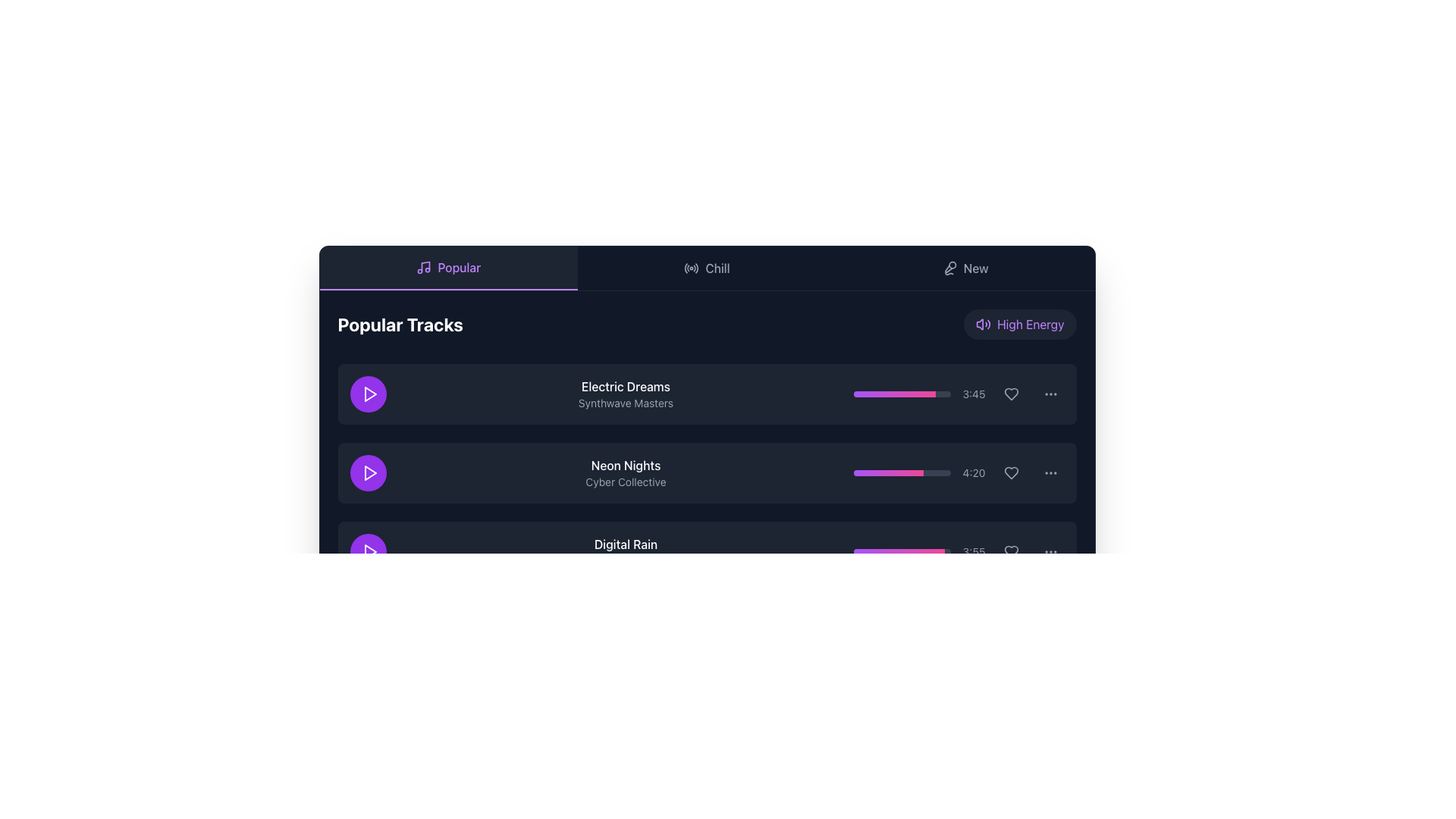 The height and width of the screenshot is (819, 1456). What do you see at coordinates (898, 552) in the screenshot?
I see `the slider value` at bounding box center [898, 552].